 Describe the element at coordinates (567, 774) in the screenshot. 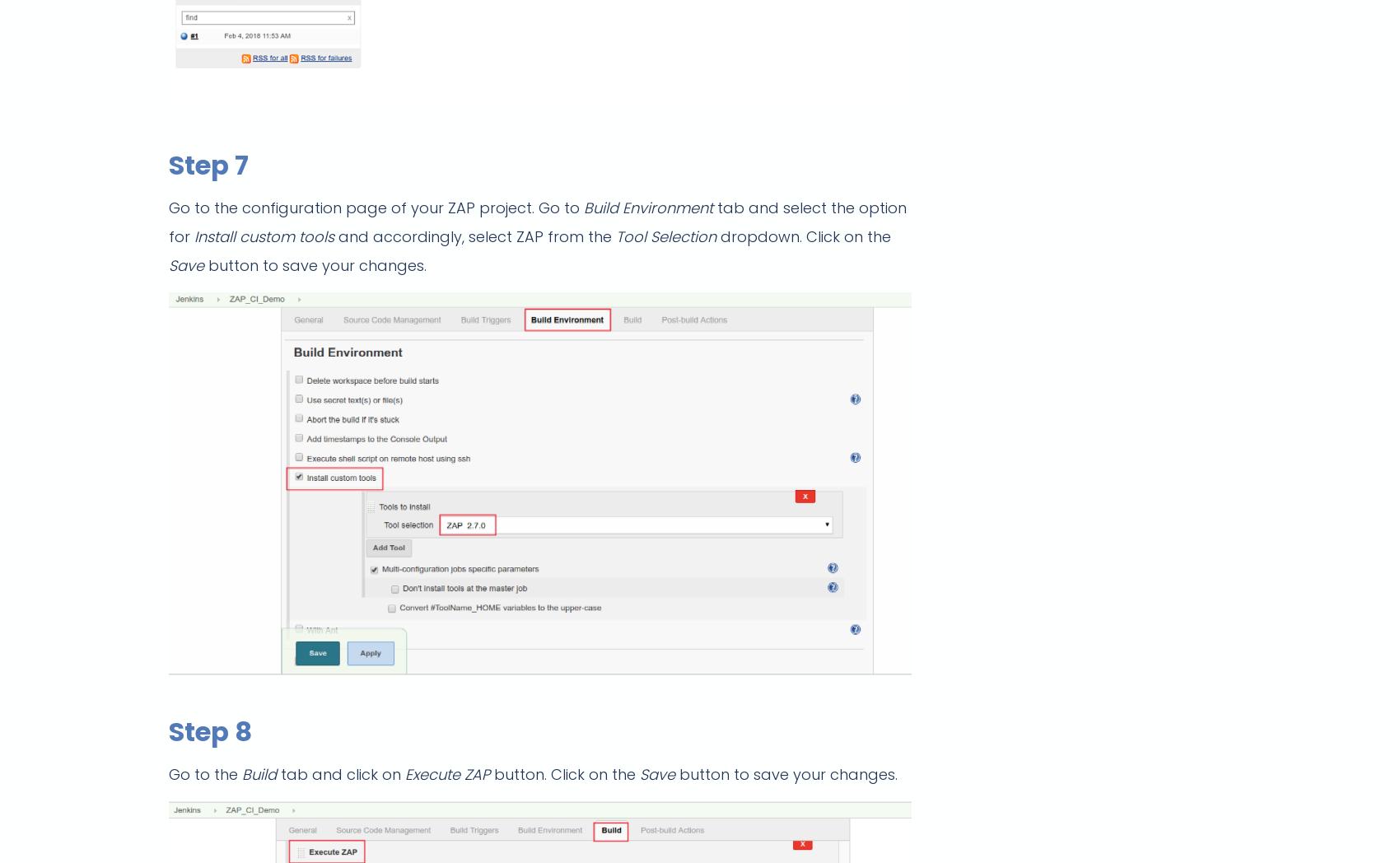

I see `'button. Click on the'` at that location.